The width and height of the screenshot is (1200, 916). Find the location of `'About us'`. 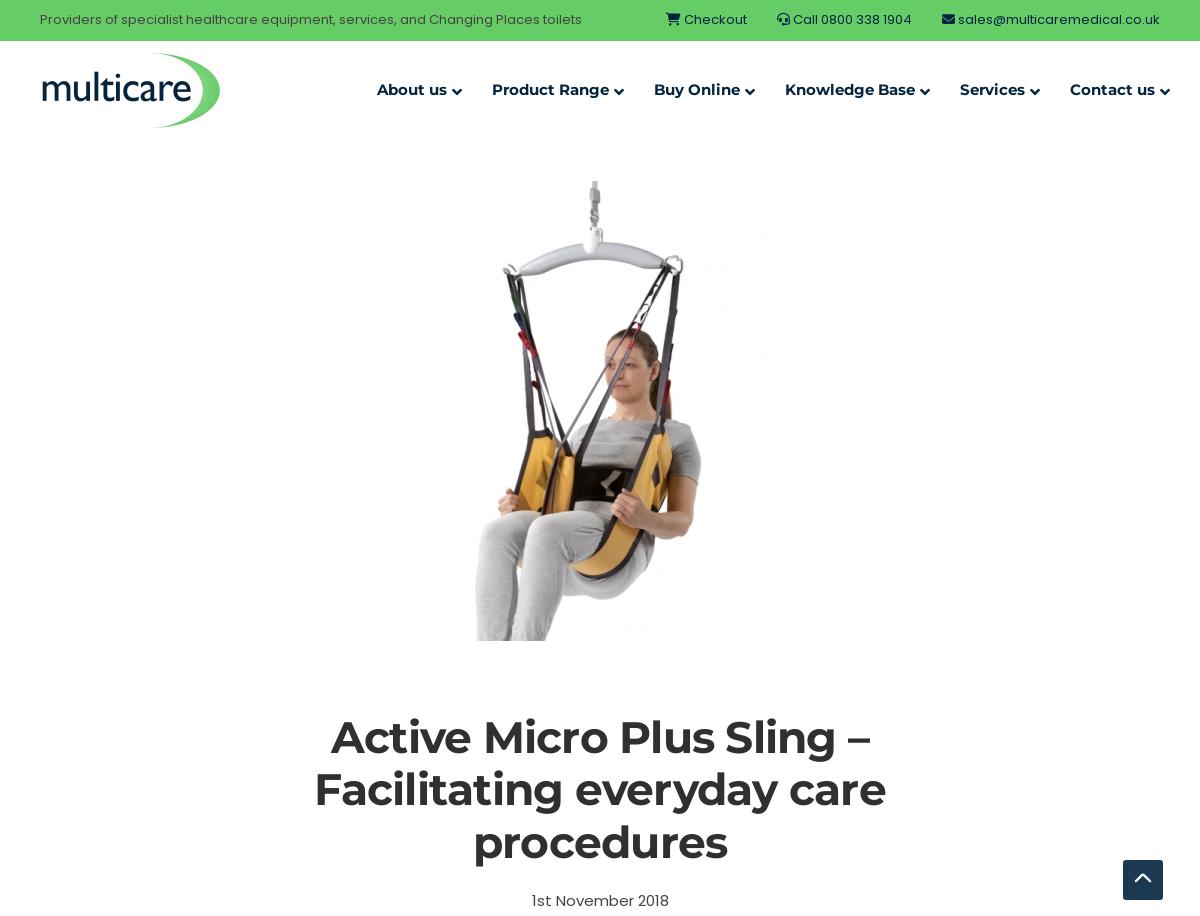

'About us' is located at coordinates (411, 88).